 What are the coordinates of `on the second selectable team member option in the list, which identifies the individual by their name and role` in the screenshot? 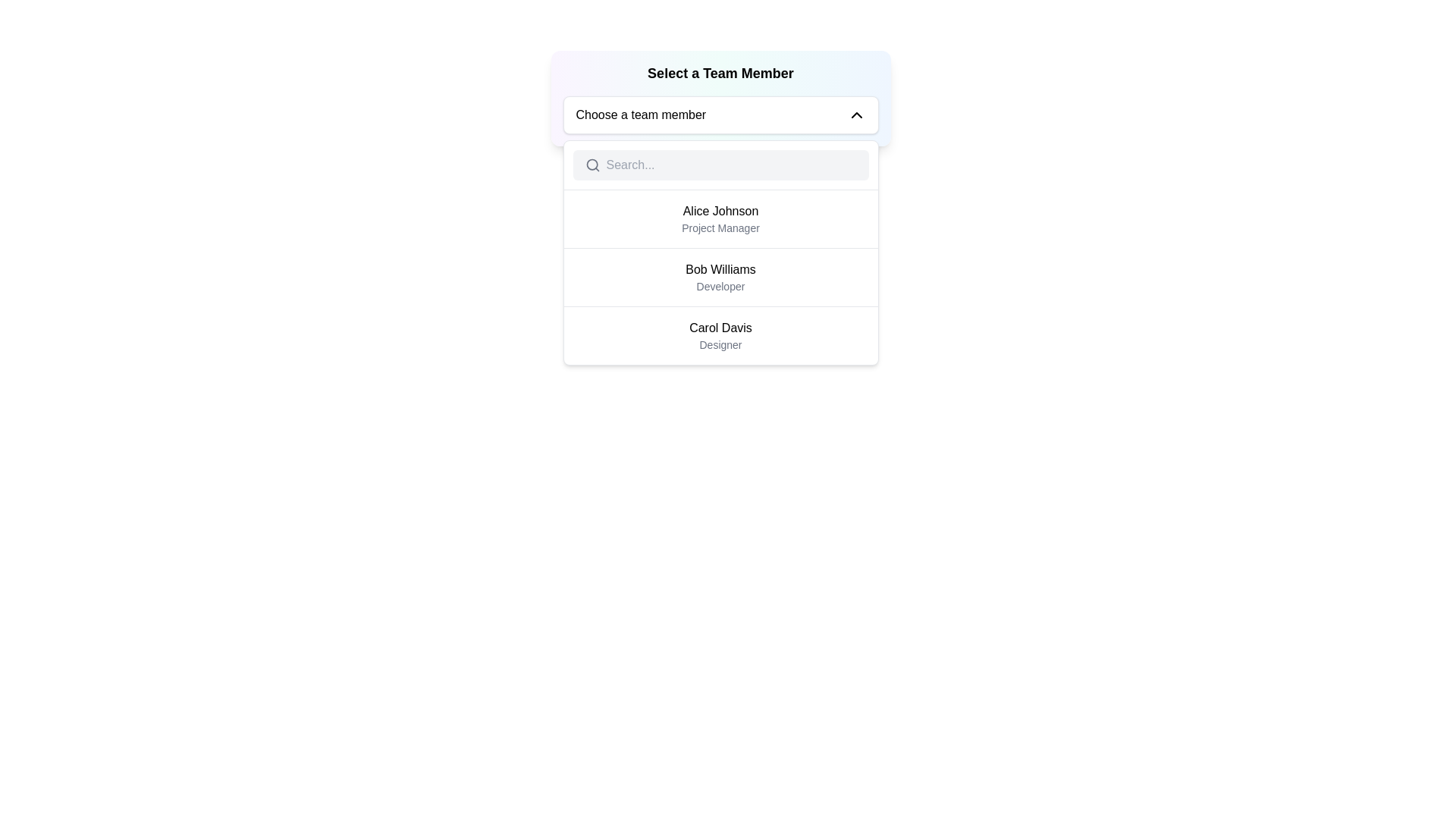 It's located at (720, 278).